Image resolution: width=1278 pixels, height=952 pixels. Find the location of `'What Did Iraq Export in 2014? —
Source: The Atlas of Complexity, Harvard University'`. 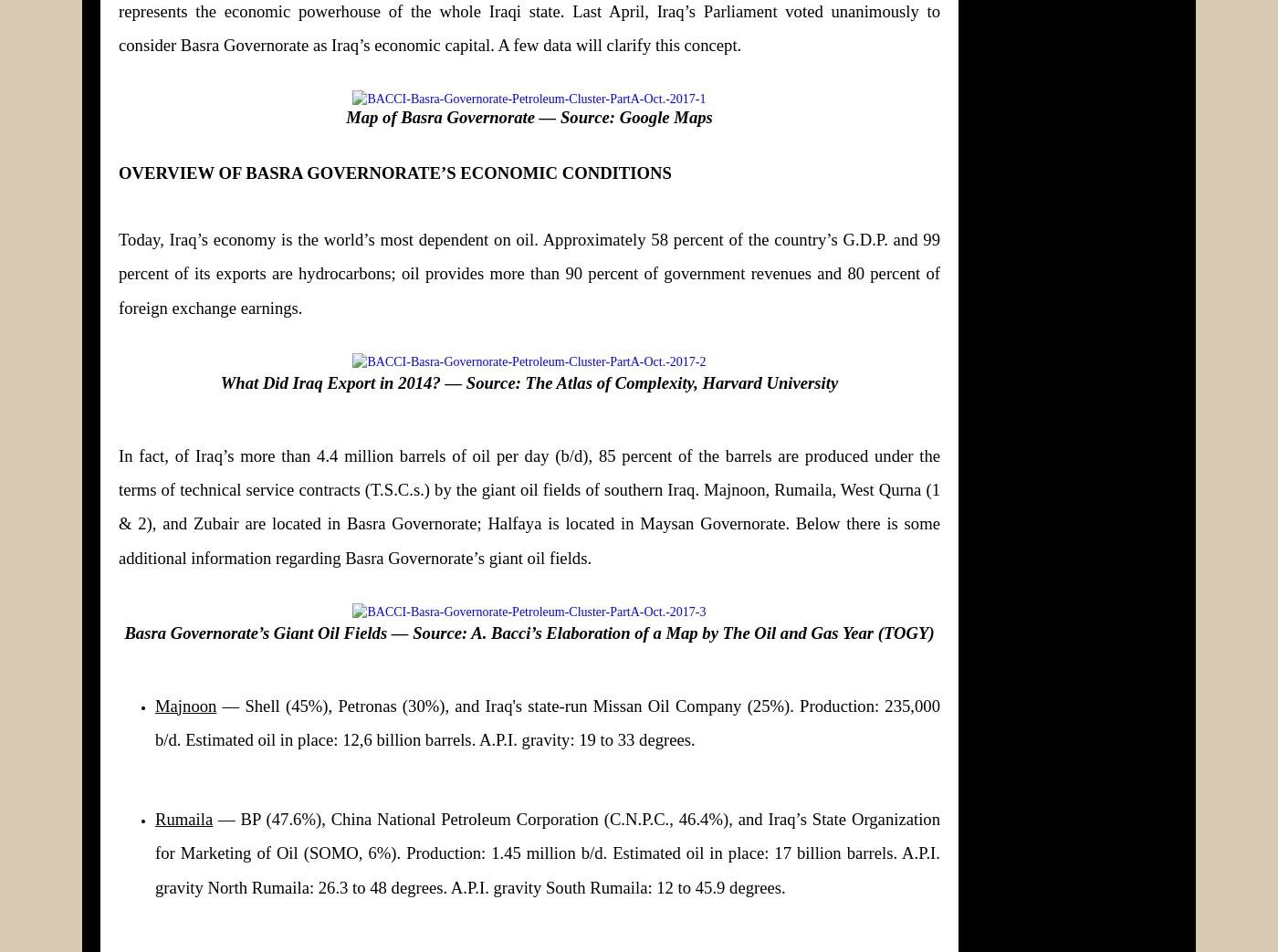

'What Did Iraq Export in 2014? —
Source: The Atlas of Complexity, Harvard University' is located at coordinates (219, 382).